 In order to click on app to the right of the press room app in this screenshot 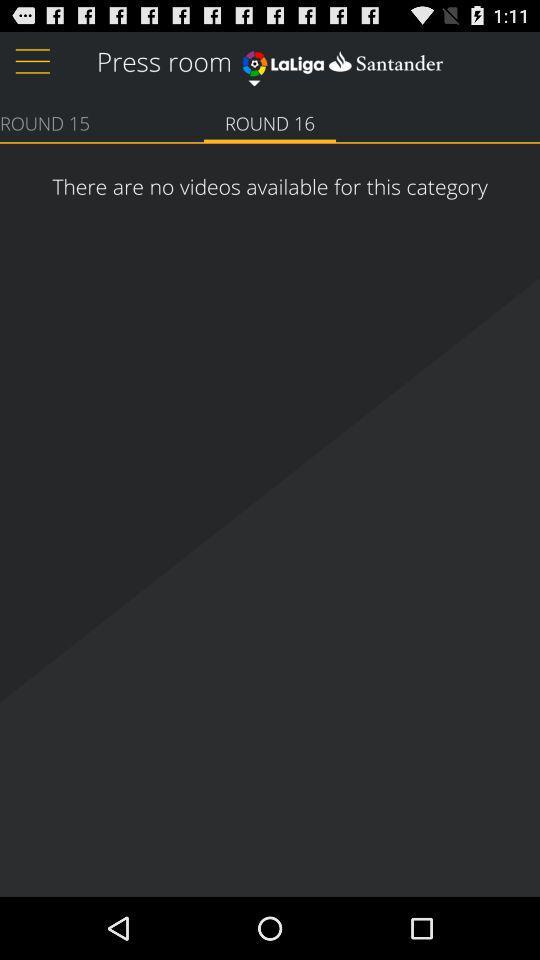, I will do `click(341, 58)`.